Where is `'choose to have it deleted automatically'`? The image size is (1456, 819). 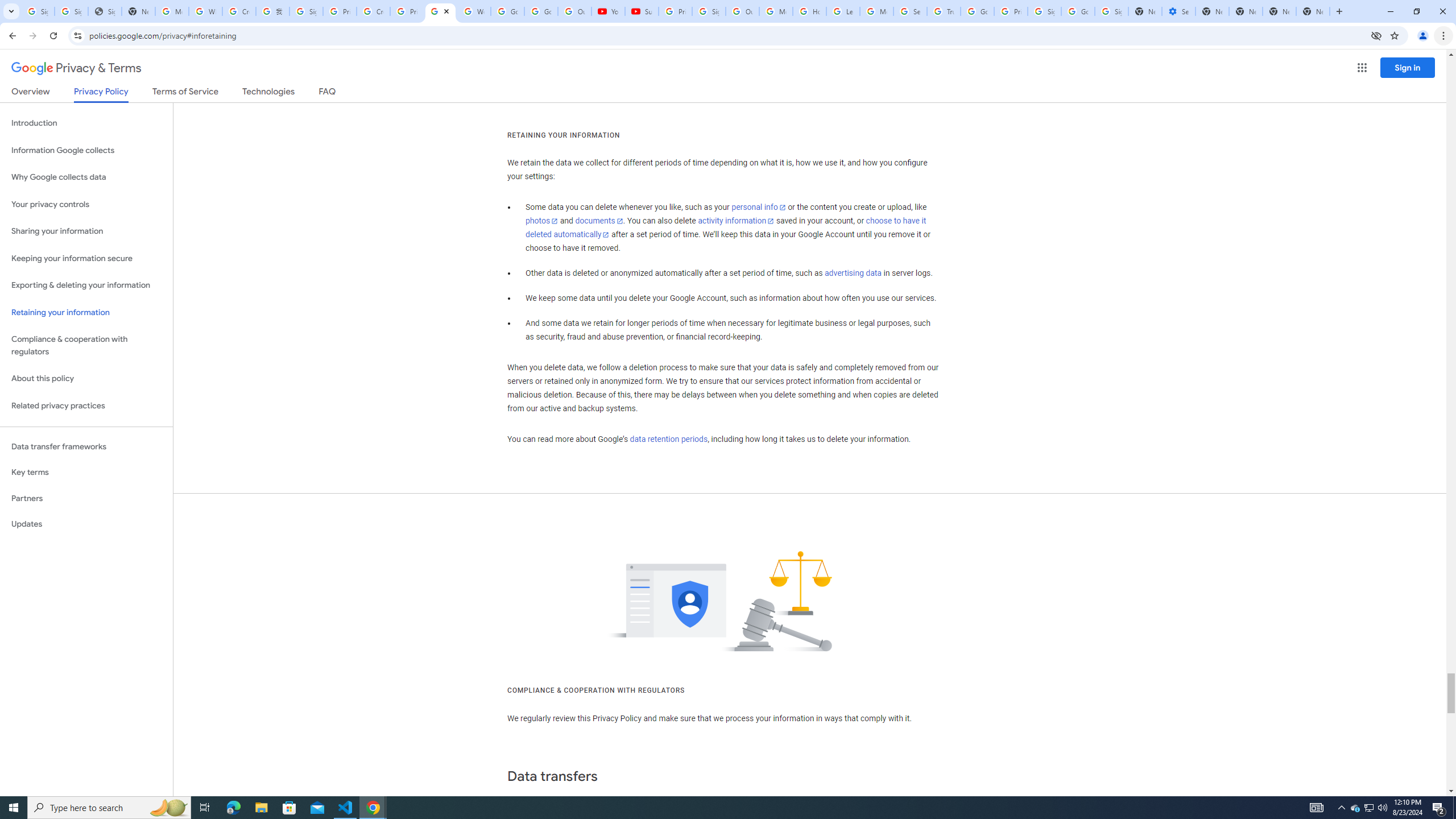 'choose to have it deleted automatically' is located at coordinates (725, 228).